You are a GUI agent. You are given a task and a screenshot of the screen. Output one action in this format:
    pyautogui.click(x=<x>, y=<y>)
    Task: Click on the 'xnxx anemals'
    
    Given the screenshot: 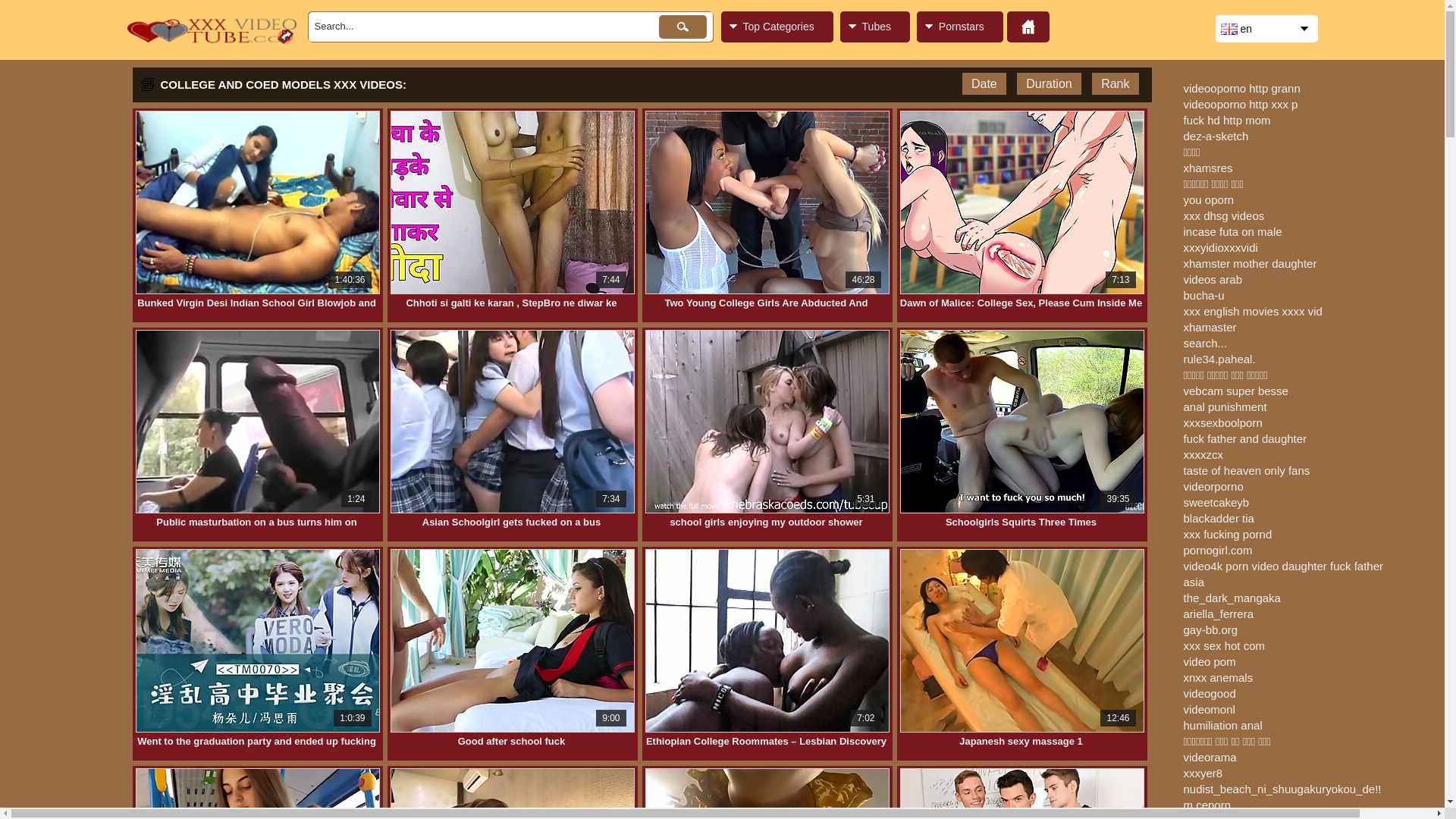 What is the action you would take?
    pyautogui.click(x=1218, y=676)
    